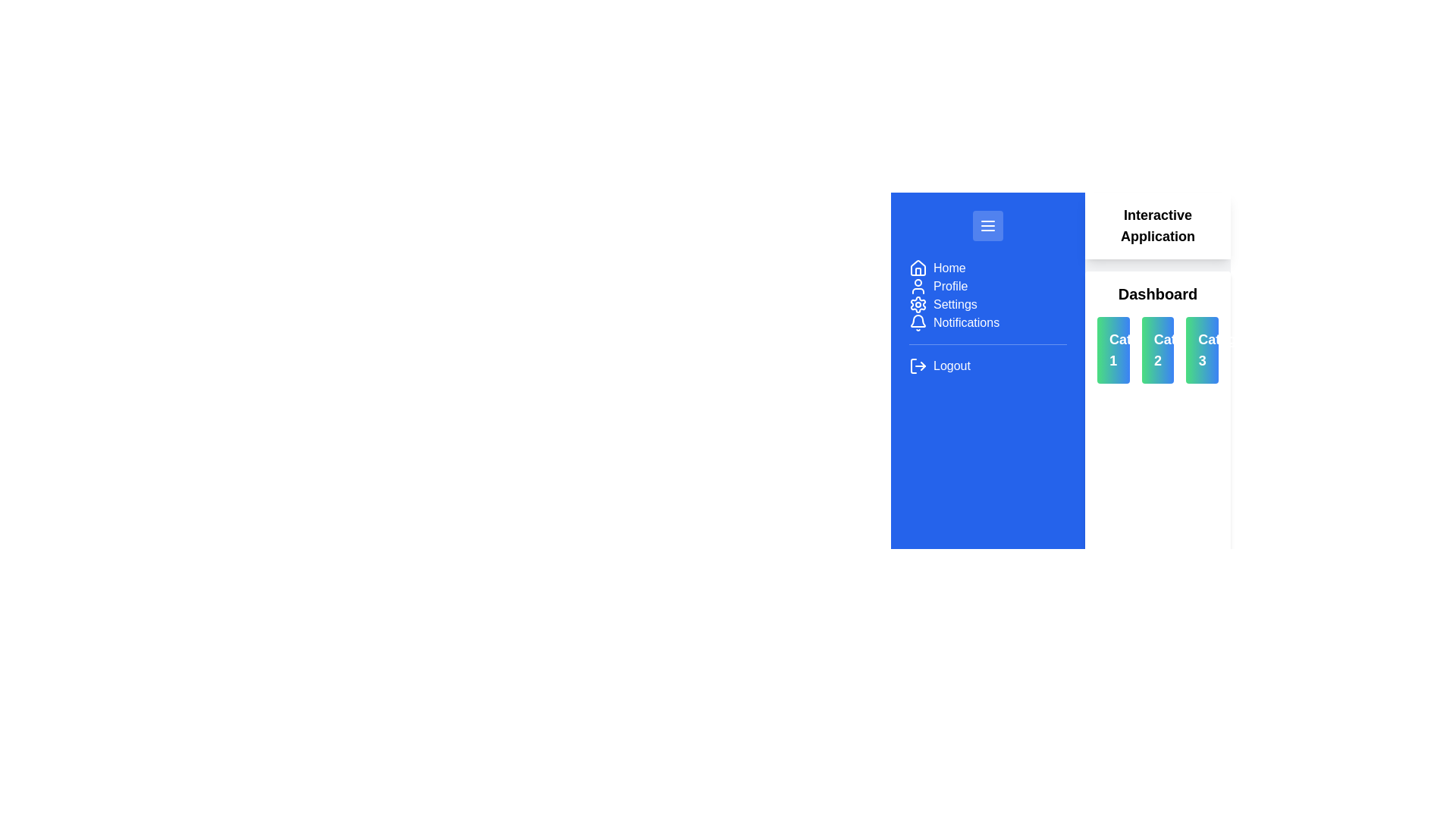 This screenshot has height=819, width=1456. Describe the element at coordinates (917, 304) in the screenshot. I see `the purpose of the gear-shaped icon located in the sidebar menu, which is the third item from the top and serves as a visual indicator for settings` at that location.